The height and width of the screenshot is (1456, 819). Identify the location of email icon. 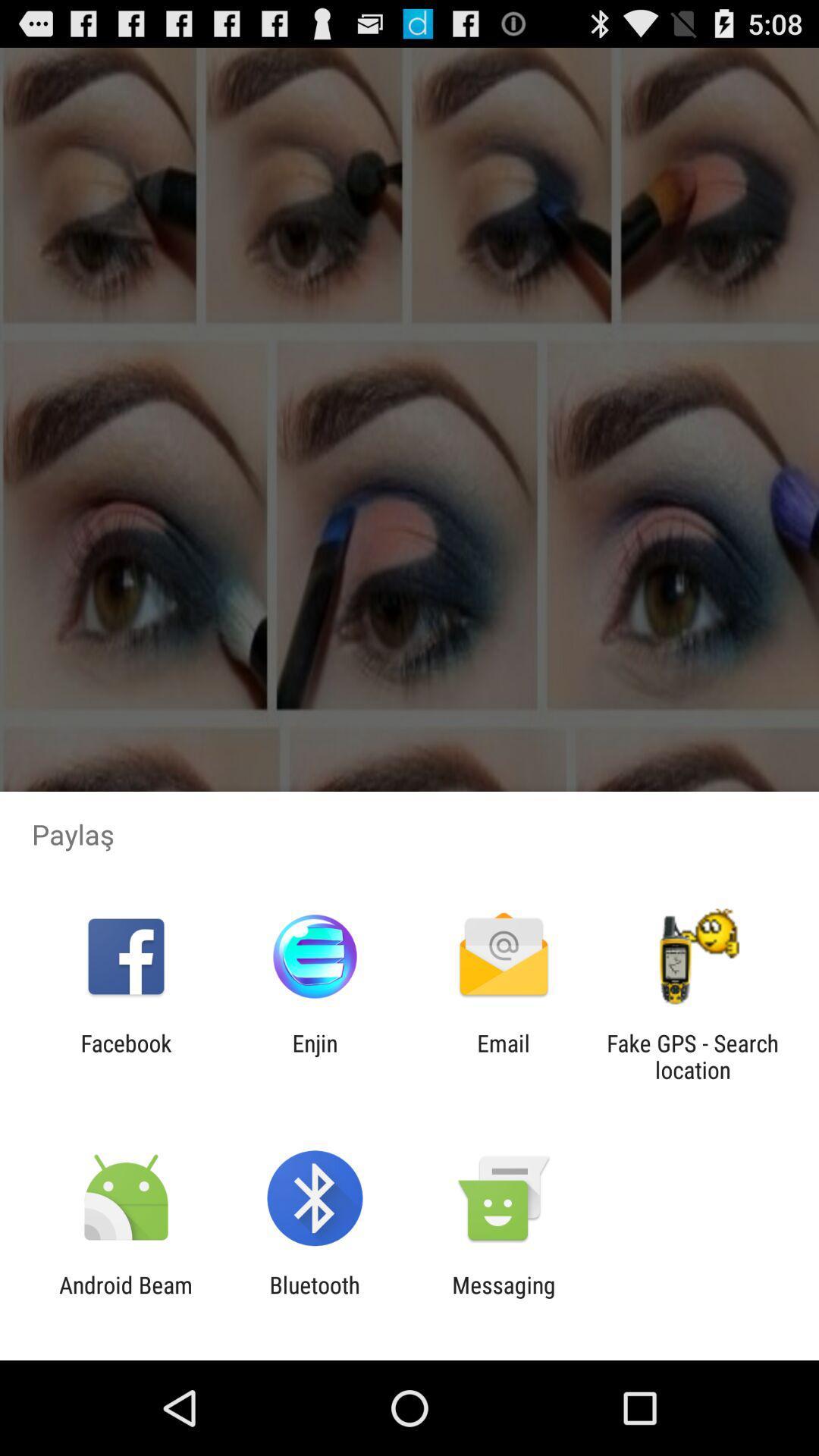
(504, 1056).